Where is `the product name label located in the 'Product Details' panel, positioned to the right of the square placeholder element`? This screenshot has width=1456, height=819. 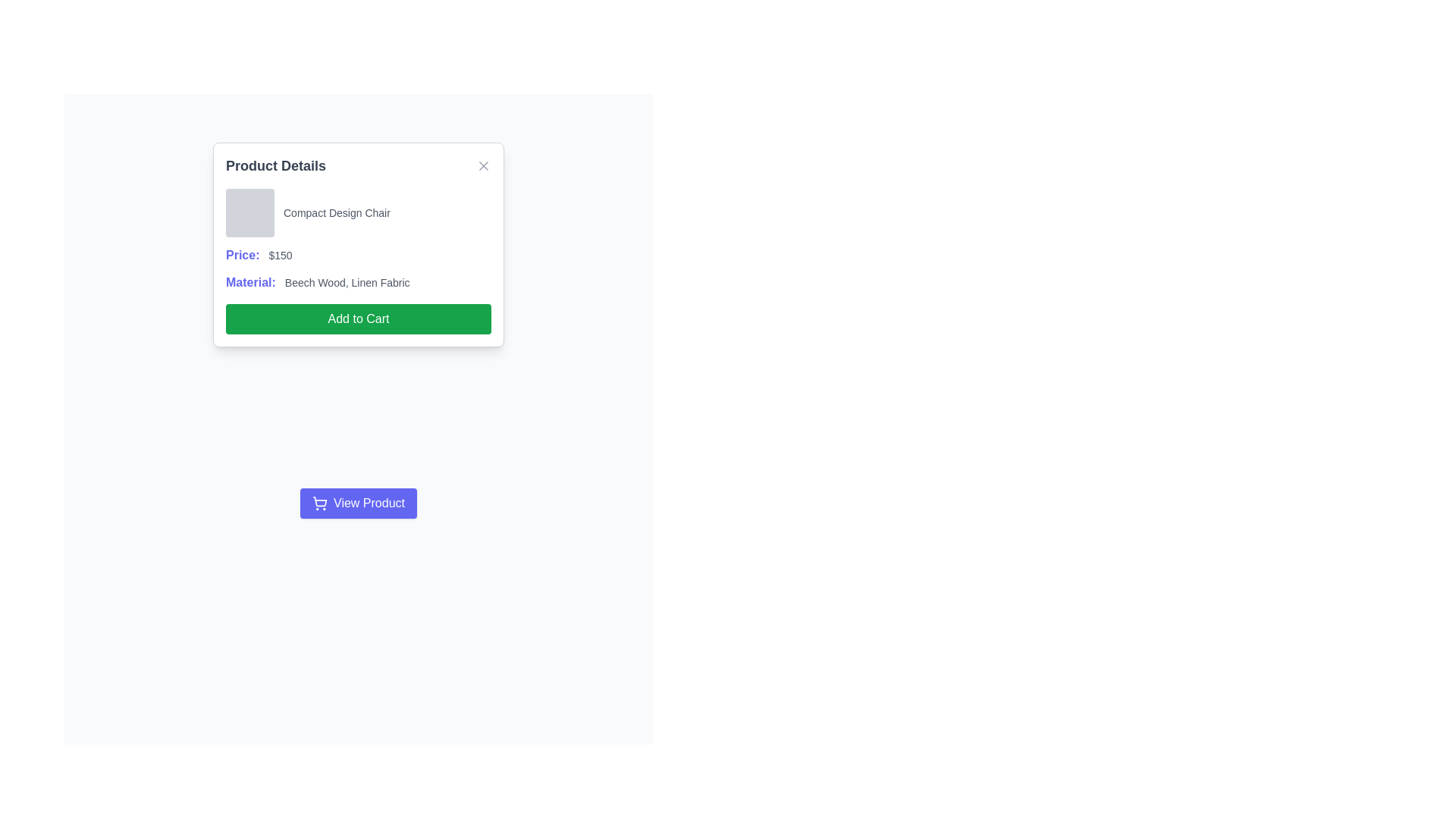 the product name label located in the 'Product Details' panel, positioned to the right of the square placeholder element is located at coordinates (336, 213).